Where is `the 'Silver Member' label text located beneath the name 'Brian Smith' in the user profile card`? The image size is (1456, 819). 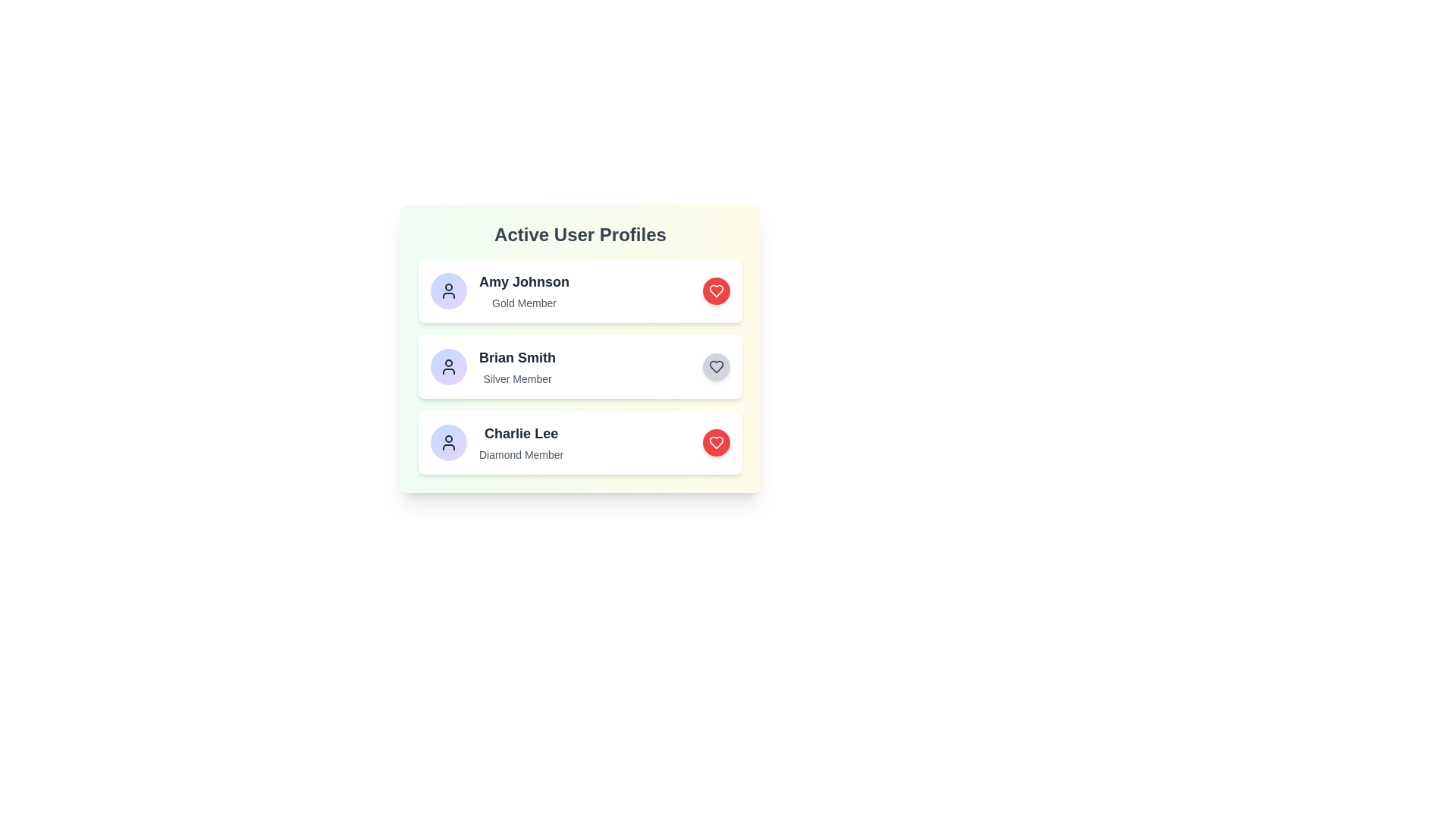
the 'Silver Member' label text located beneath the name 'Brian Smith' in the user profile card is located at coordinates (517, 378).